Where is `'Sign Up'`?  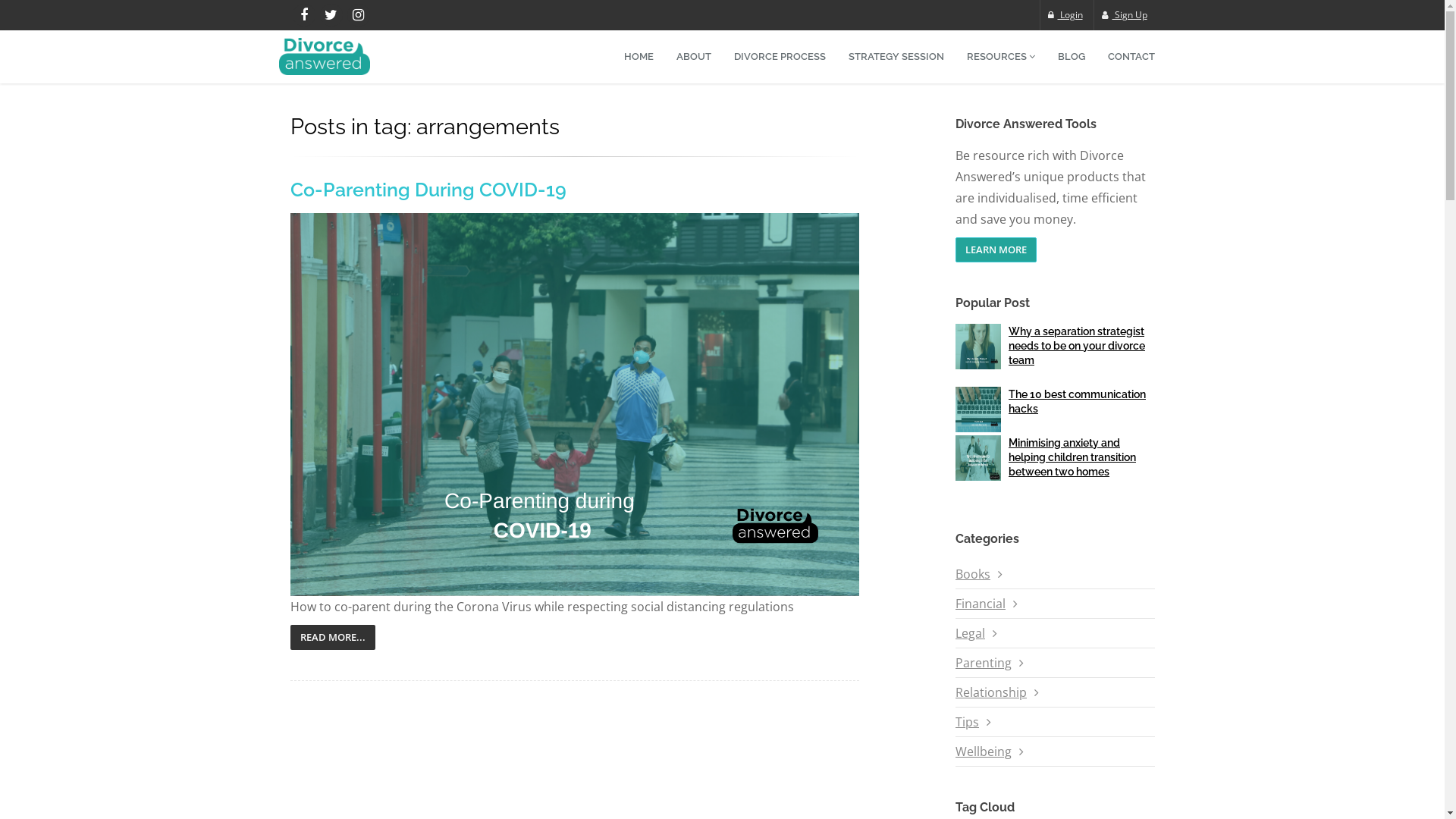
'Sign Up' is located at coordinates (1124, 14).